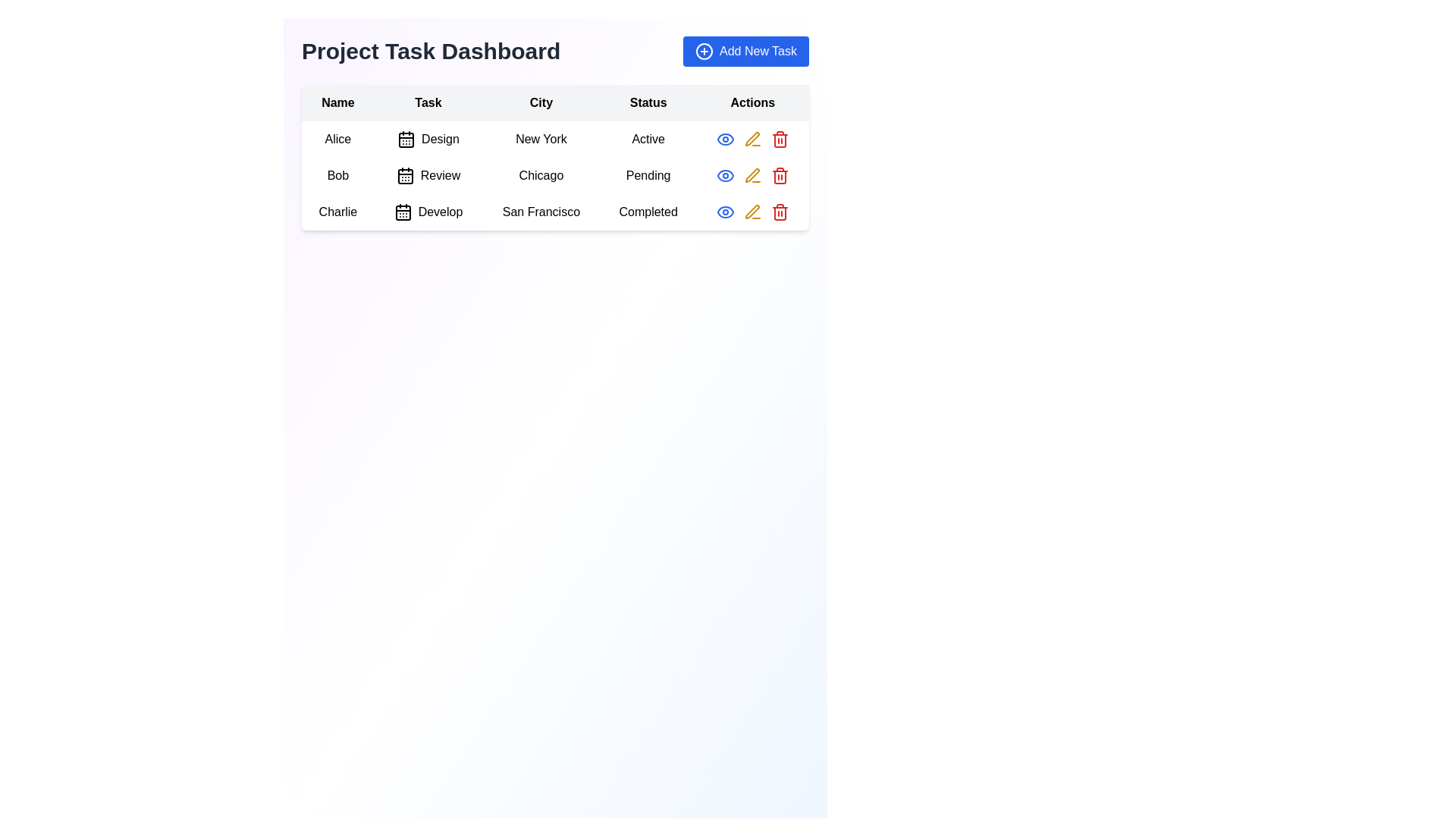  I want to click on the 'Completed' text label in the last row of the table under the 'Status' column, which indicates the task status for 'Charlie', so click(648, 212).